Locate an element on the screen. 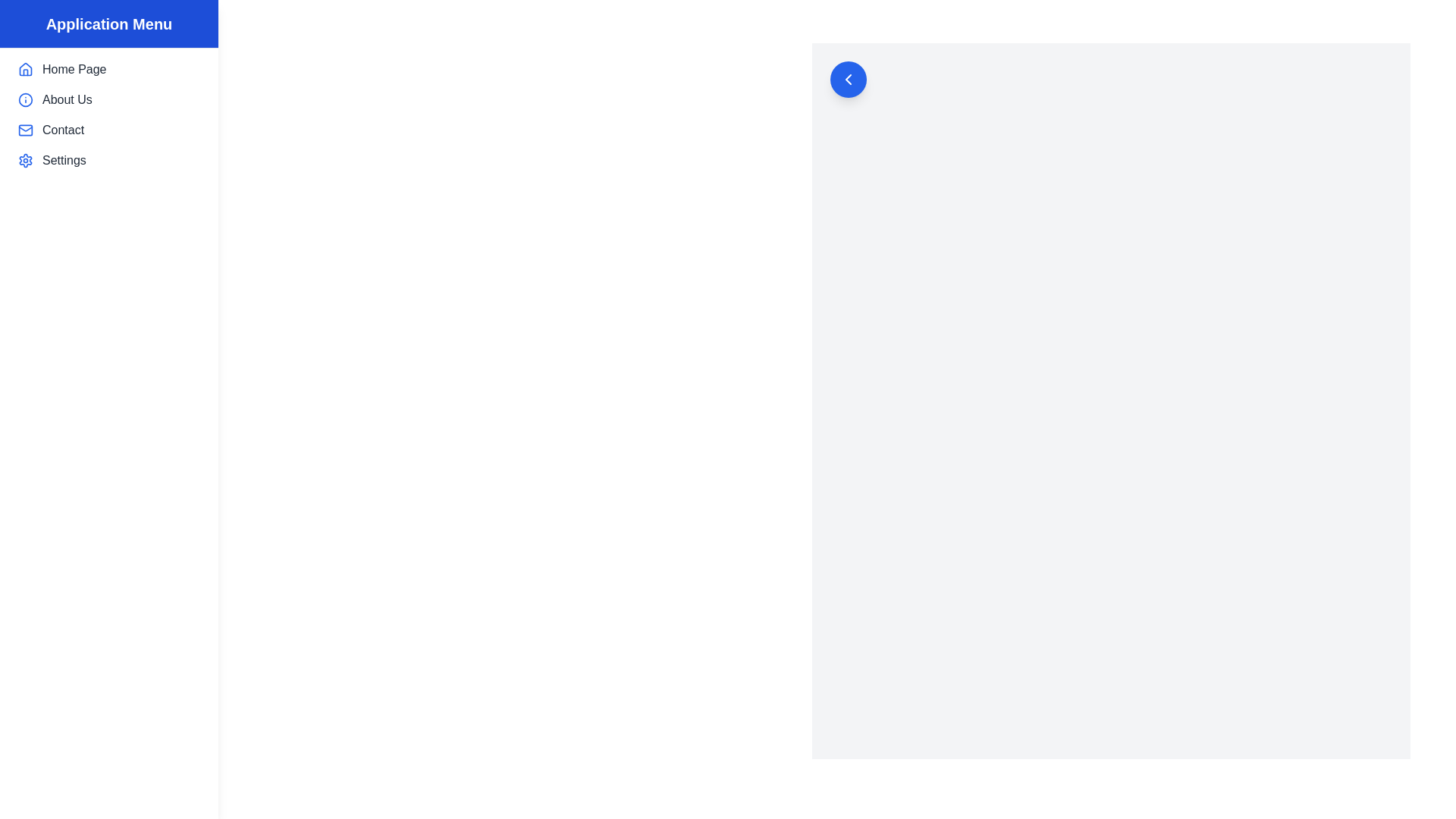 The width and height of the screenshot is (1456, 819). the navigation button for the 'Home Page', which is the first entry in the vertical navigation menu on the left side of the interface is located at coordinates (108, 70).